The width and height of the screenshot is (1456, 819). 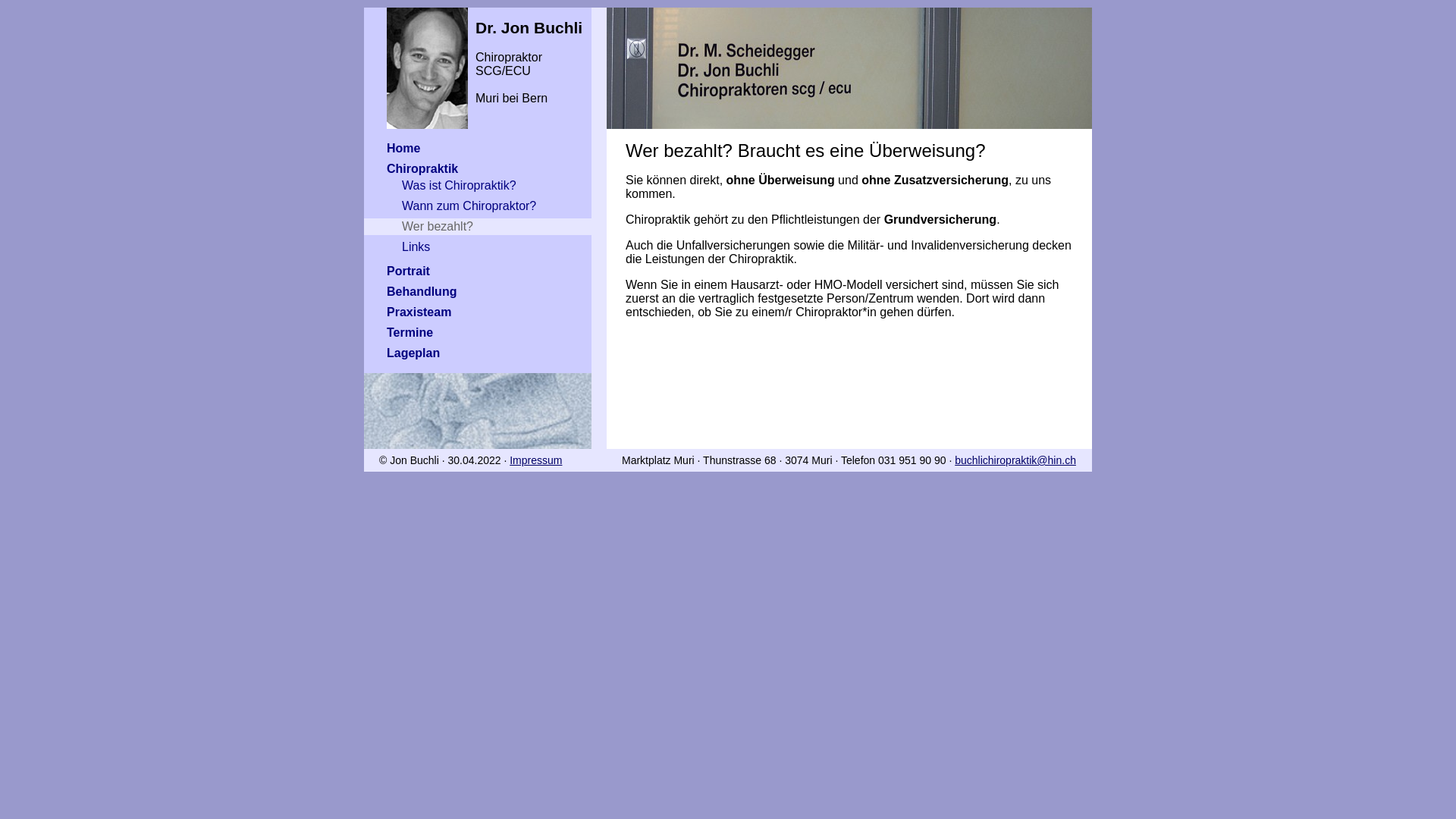 What do you see at coordinates (476, 185) in the screenshot?
I see `'Was ist Chiropraktik?'` at bounding box center [476, 185].